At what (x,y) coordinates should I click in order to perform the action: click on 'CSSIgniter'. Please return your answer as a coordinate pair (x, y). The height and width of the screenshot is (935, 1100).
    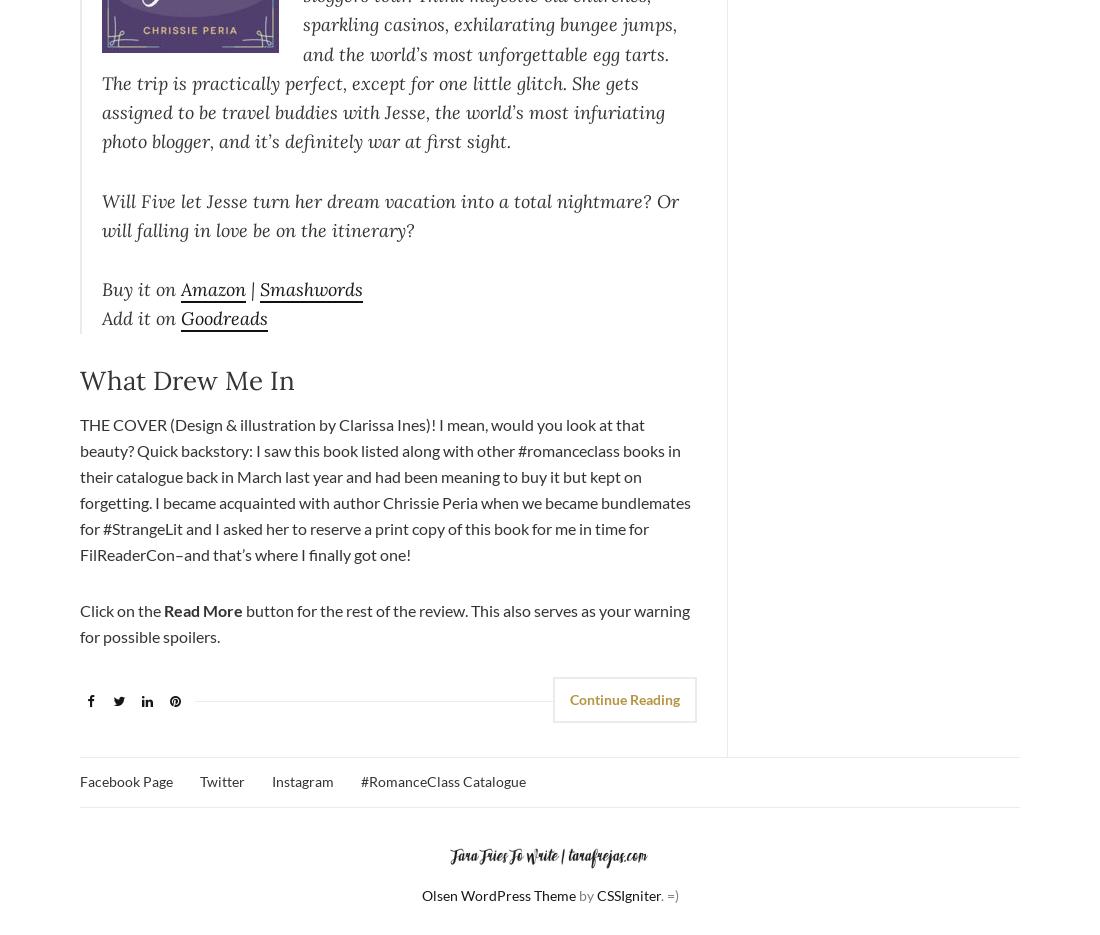
    Looking at the image, I should click on (627, 894).